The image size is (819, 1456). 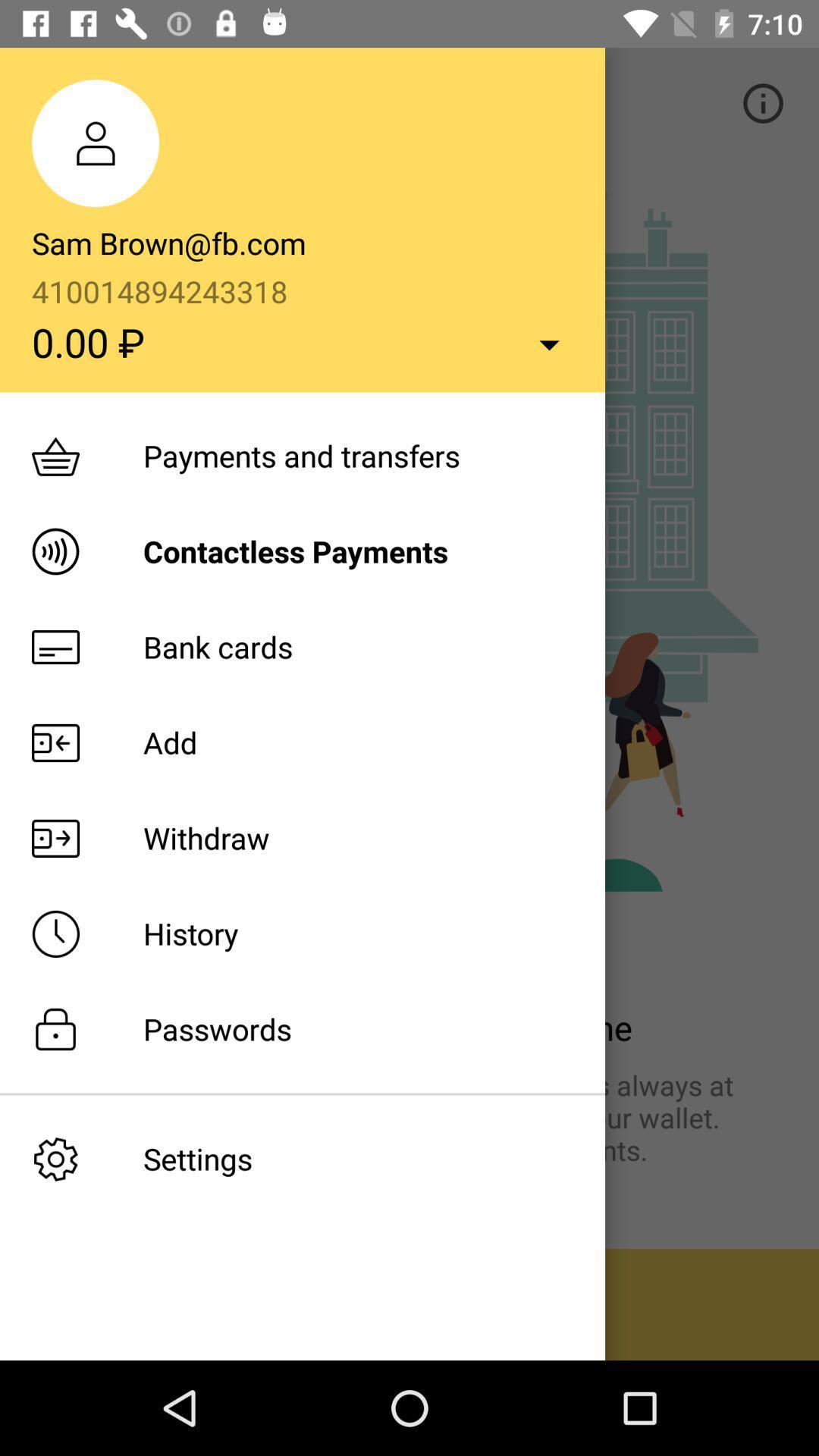 I want to click on the info icon, so click(x=763, y=102).